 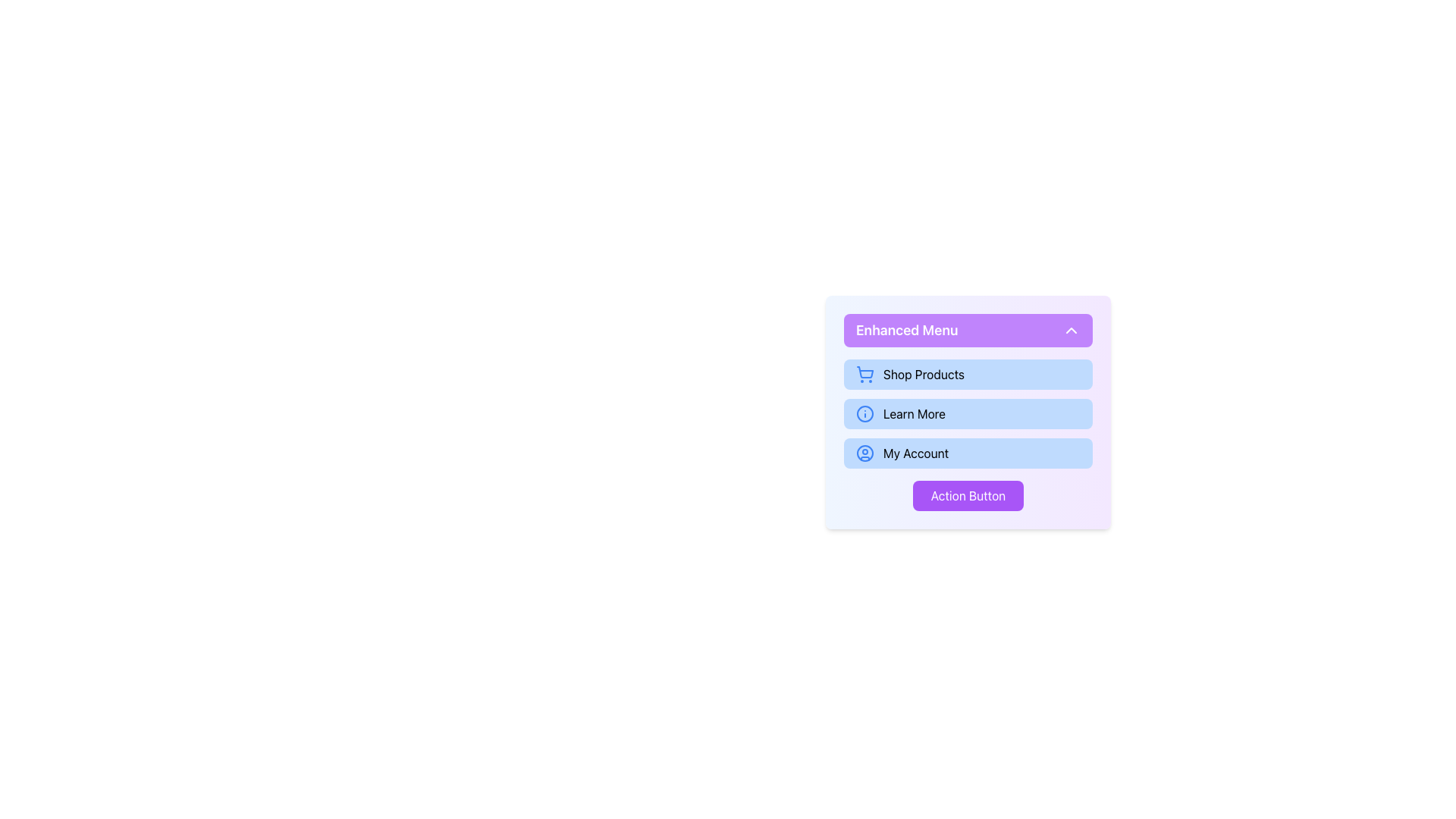 I want to click on the 'Learn More' navigation button located below the 'Shop Products' button and above the 'My Account' button in the right-central menu, so click(x=967, y=412).